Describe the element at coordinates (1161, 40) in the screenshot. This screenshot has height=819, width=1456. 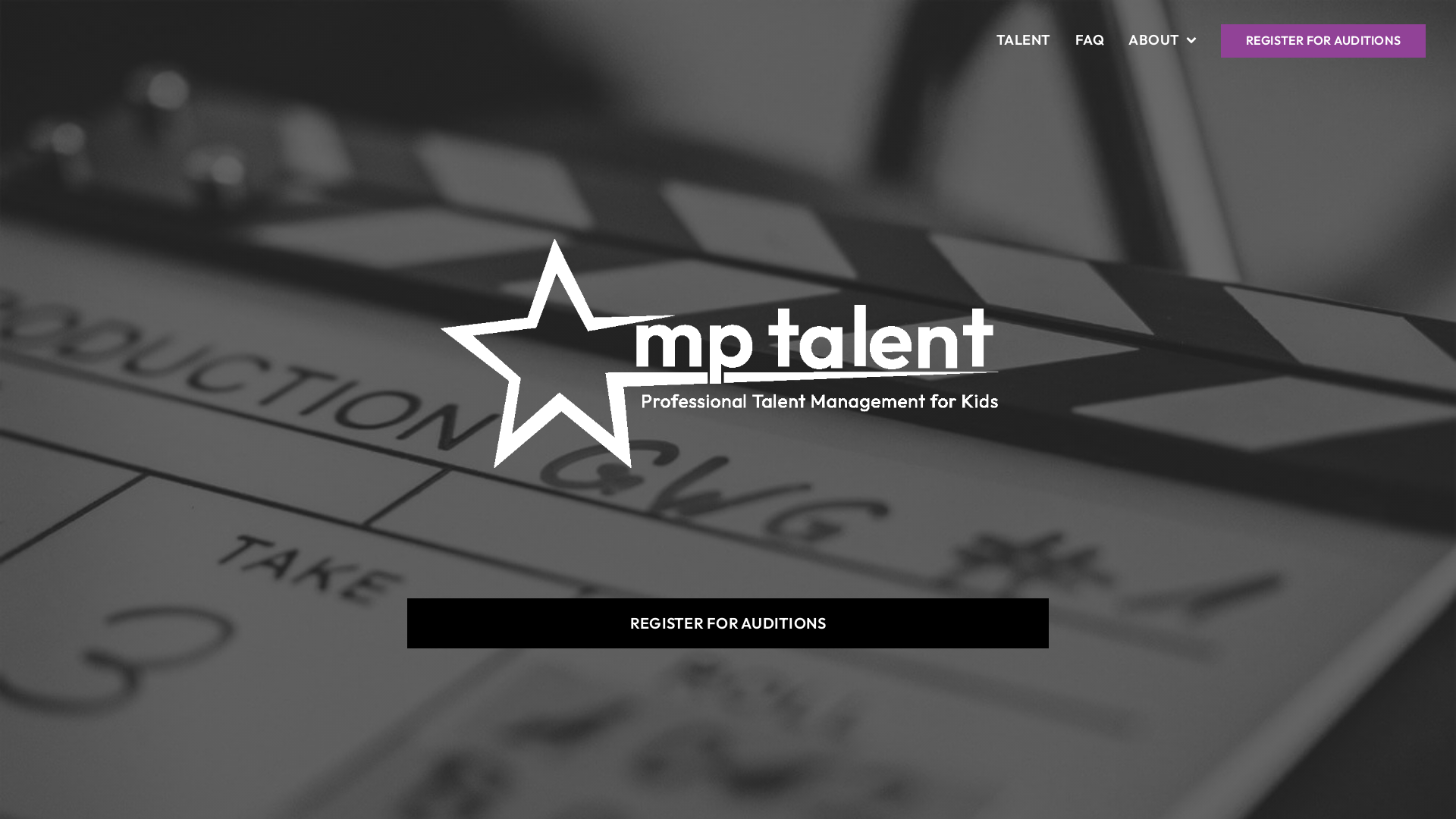
I see `'ABOUT'` at that location.